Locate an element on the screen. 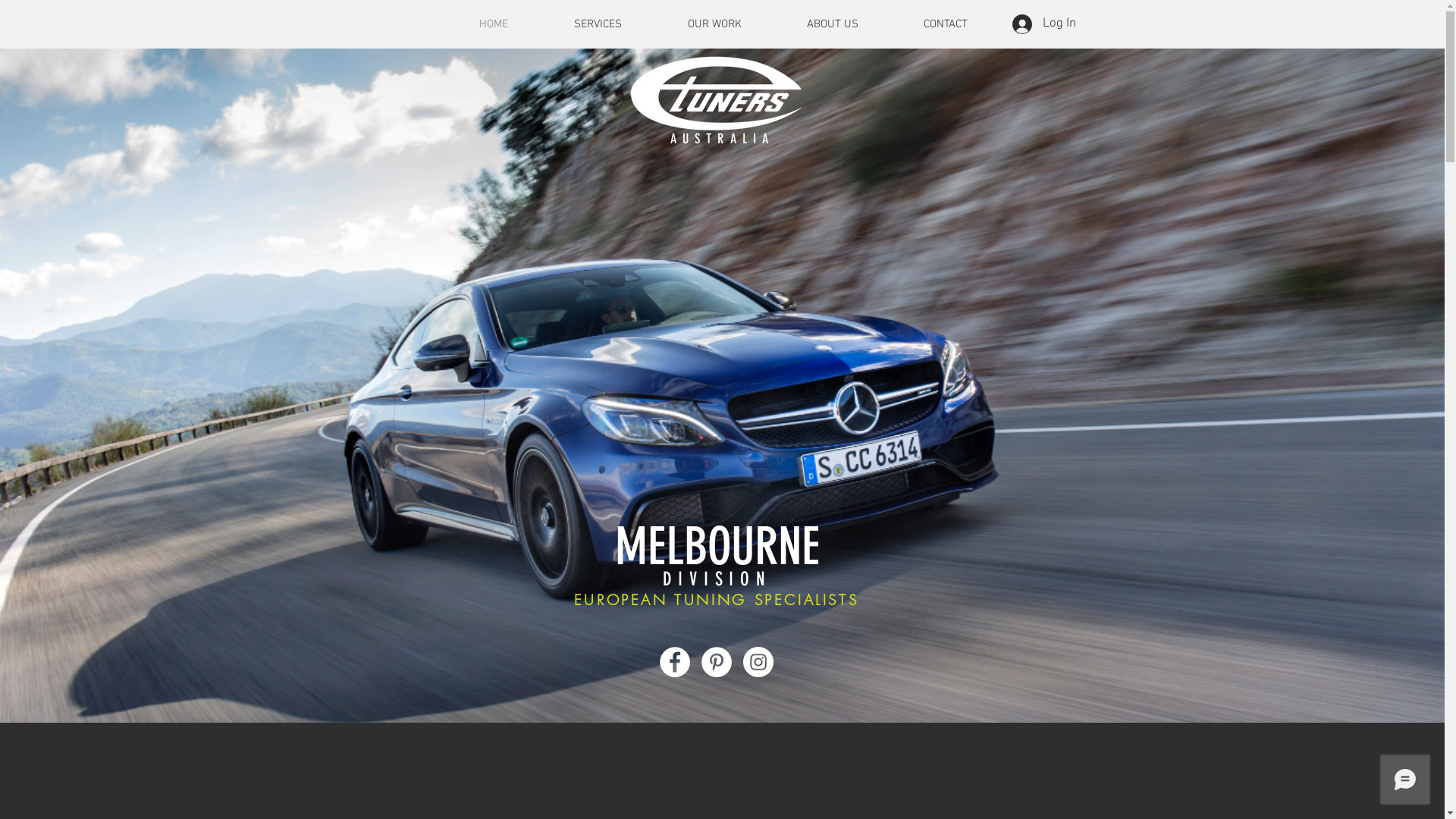 This screenshot has width=1456, height=819. 'OUR WORK' is located at coordinates (714, 24).